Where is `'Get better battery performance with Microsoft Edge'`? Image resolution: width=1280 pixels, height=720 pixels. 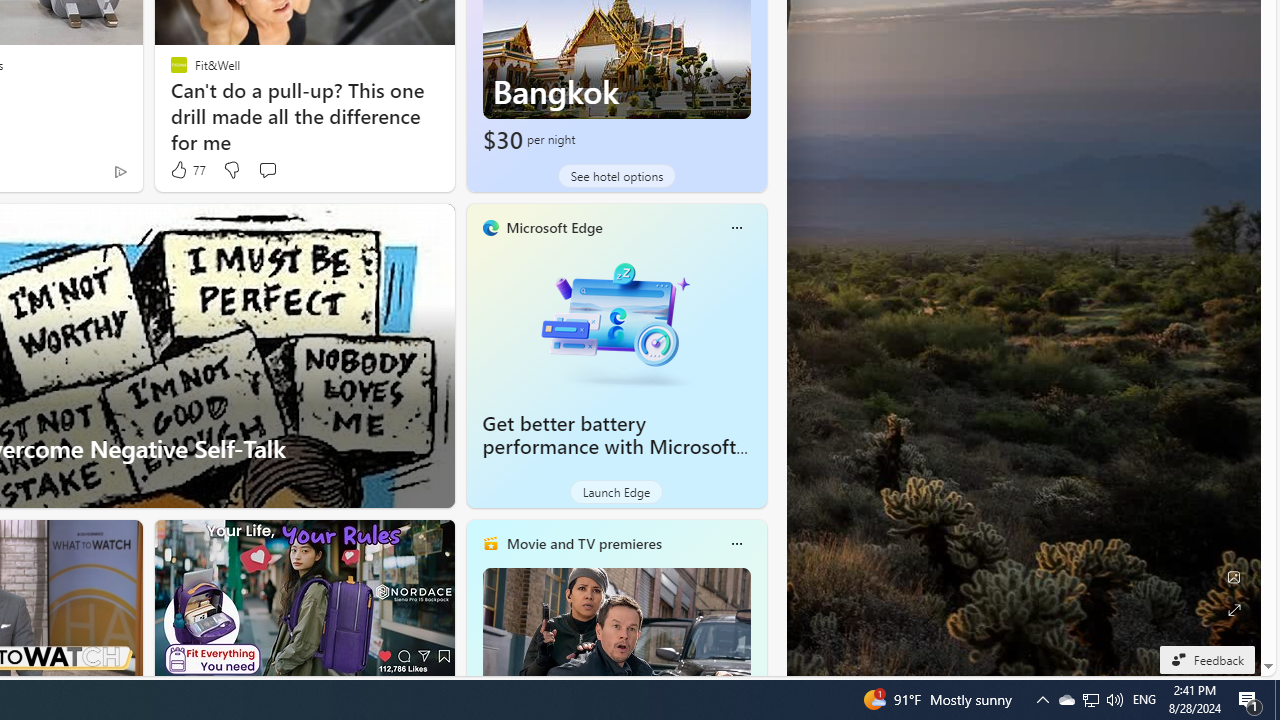
'Get better battery performance with Microsoft Edge' is located at coordinates (615, 320).